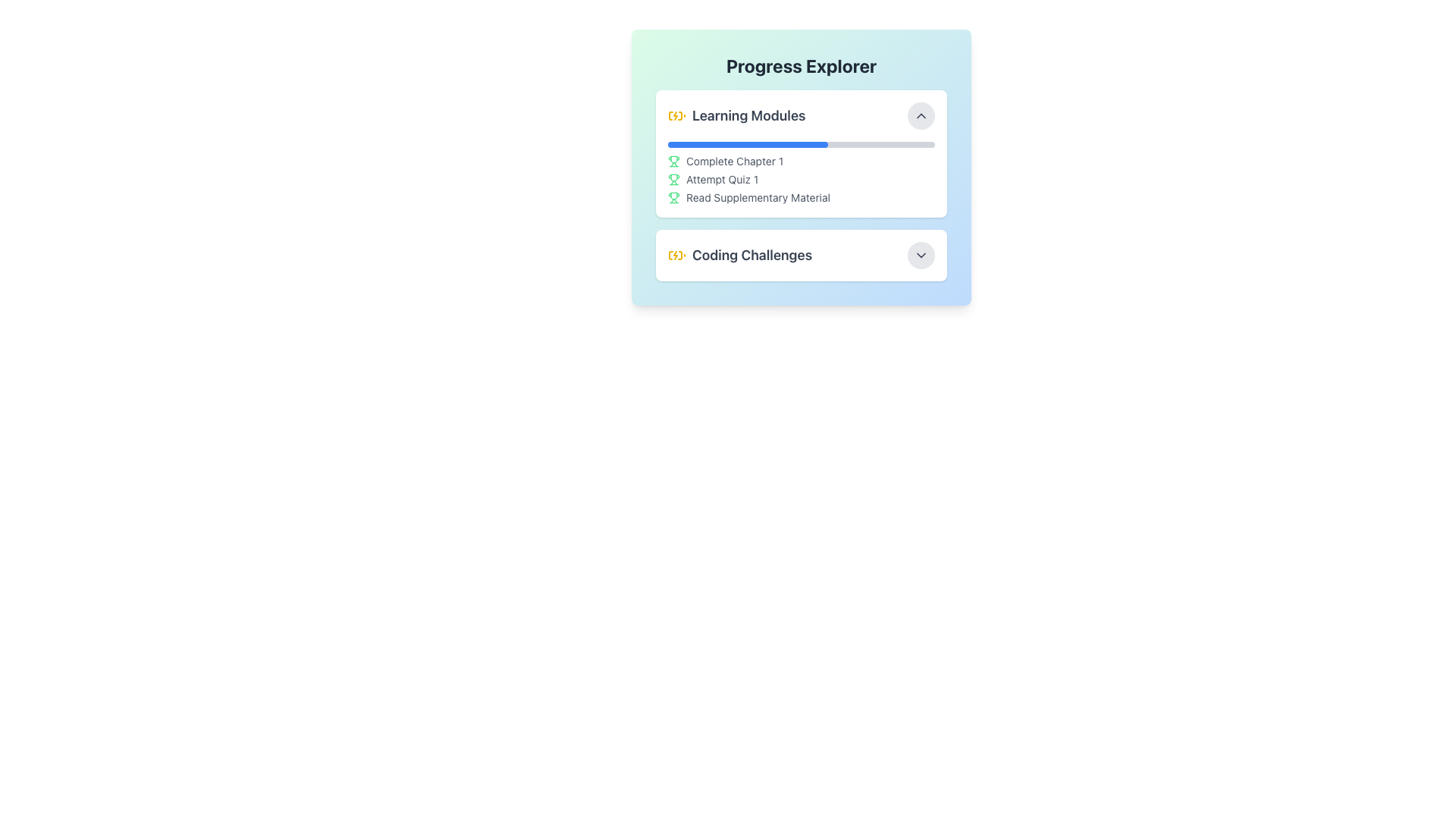  I want to click on horizontal progress bar indicating a 60% progress level, located above the 'Complete Chapter 1' list in the 'Learning Modules' section, so click(800, 145).